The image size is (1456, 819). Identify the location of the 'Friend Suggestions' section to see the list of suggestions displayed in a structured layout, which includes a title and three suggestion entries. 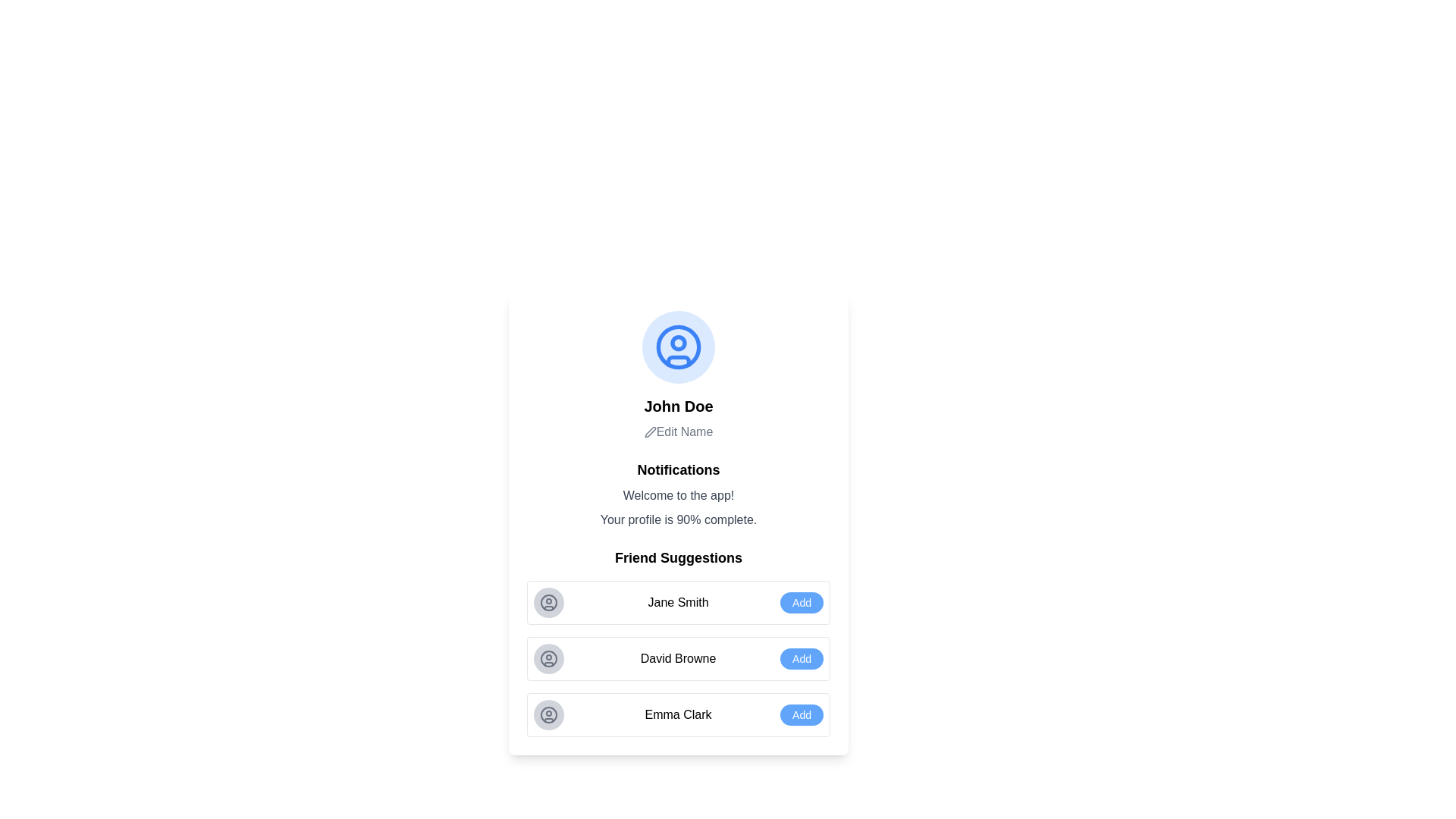
(677, 642).